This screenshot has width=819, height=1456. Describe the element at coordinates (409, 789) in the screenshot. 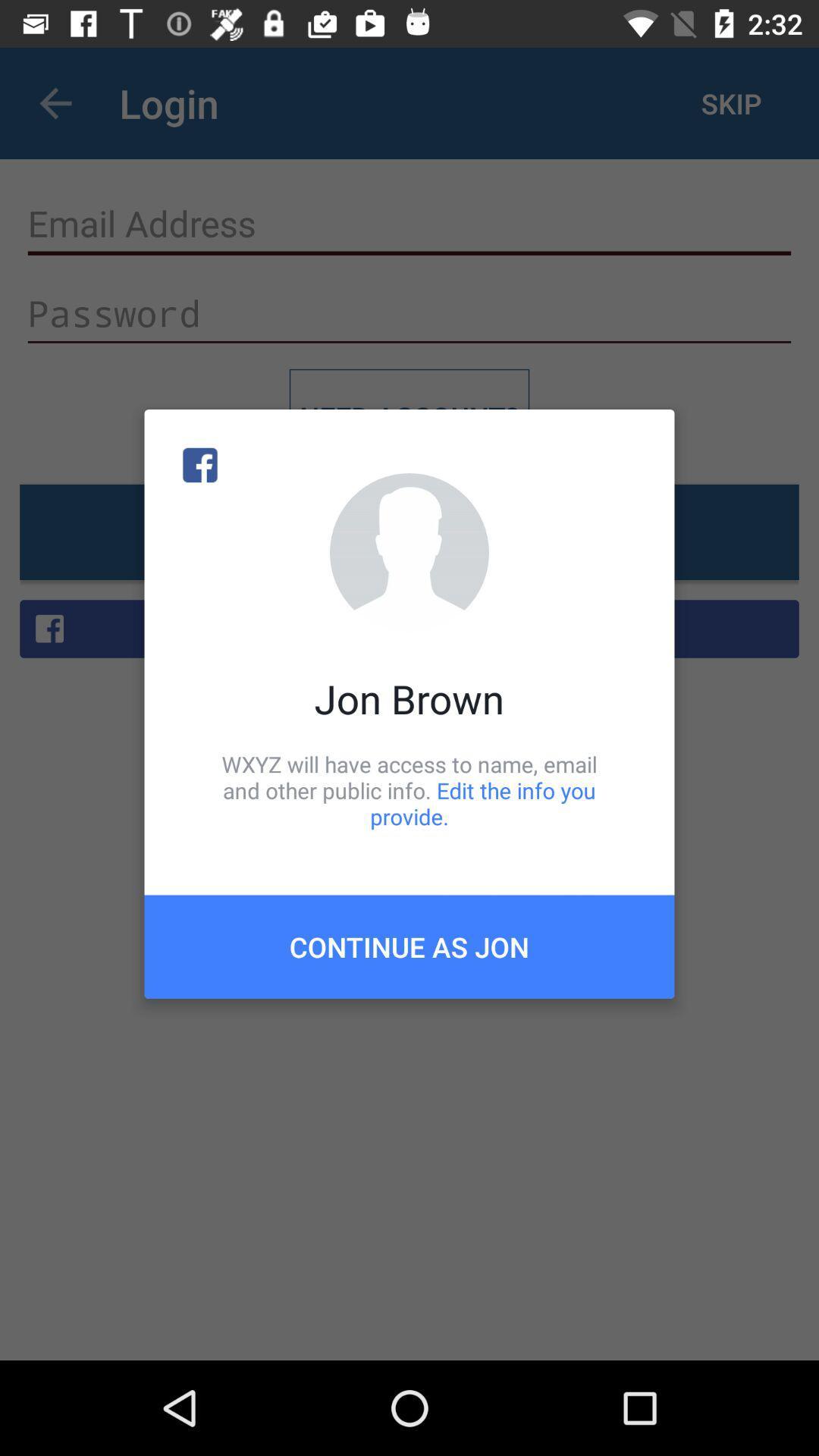

I see `the item below the jon brown` at that location.